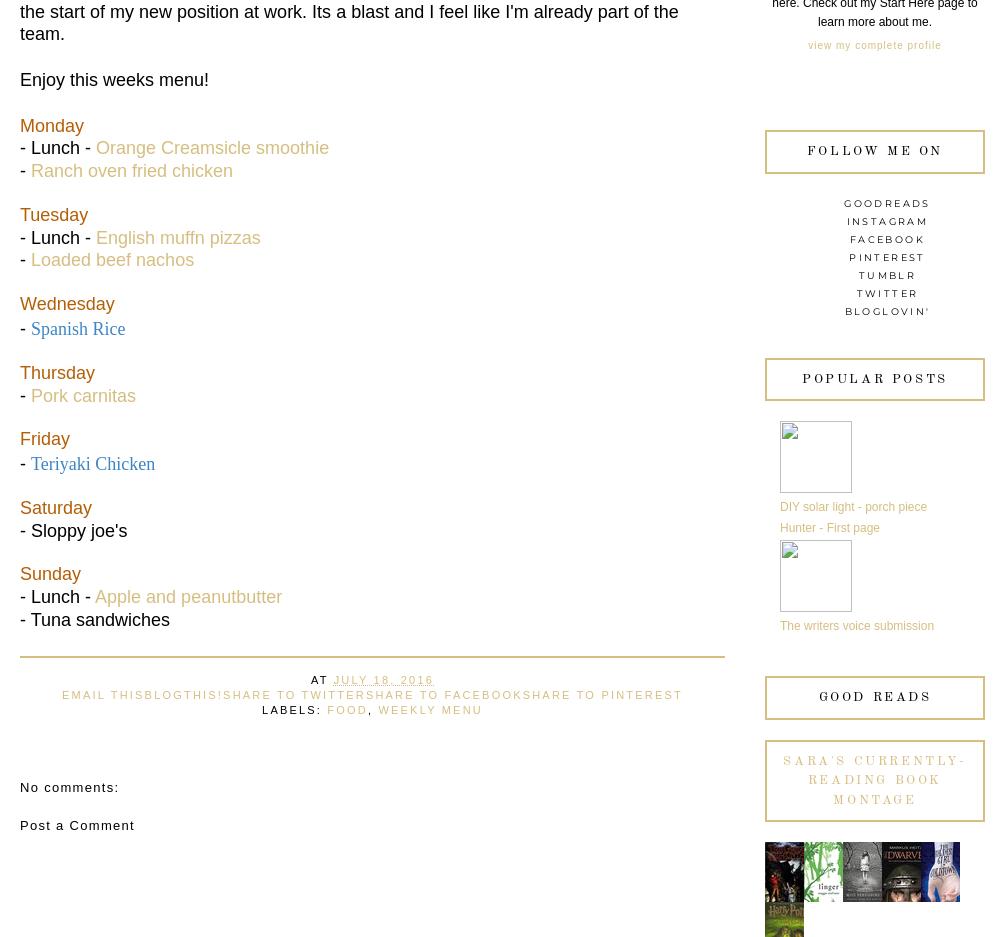 The width and height of the screenshot is (1000, 937). What do you see at coordinates (887, 256) in the screenshot?
I see `'Pinterest'` at bounding box center [887, 256].